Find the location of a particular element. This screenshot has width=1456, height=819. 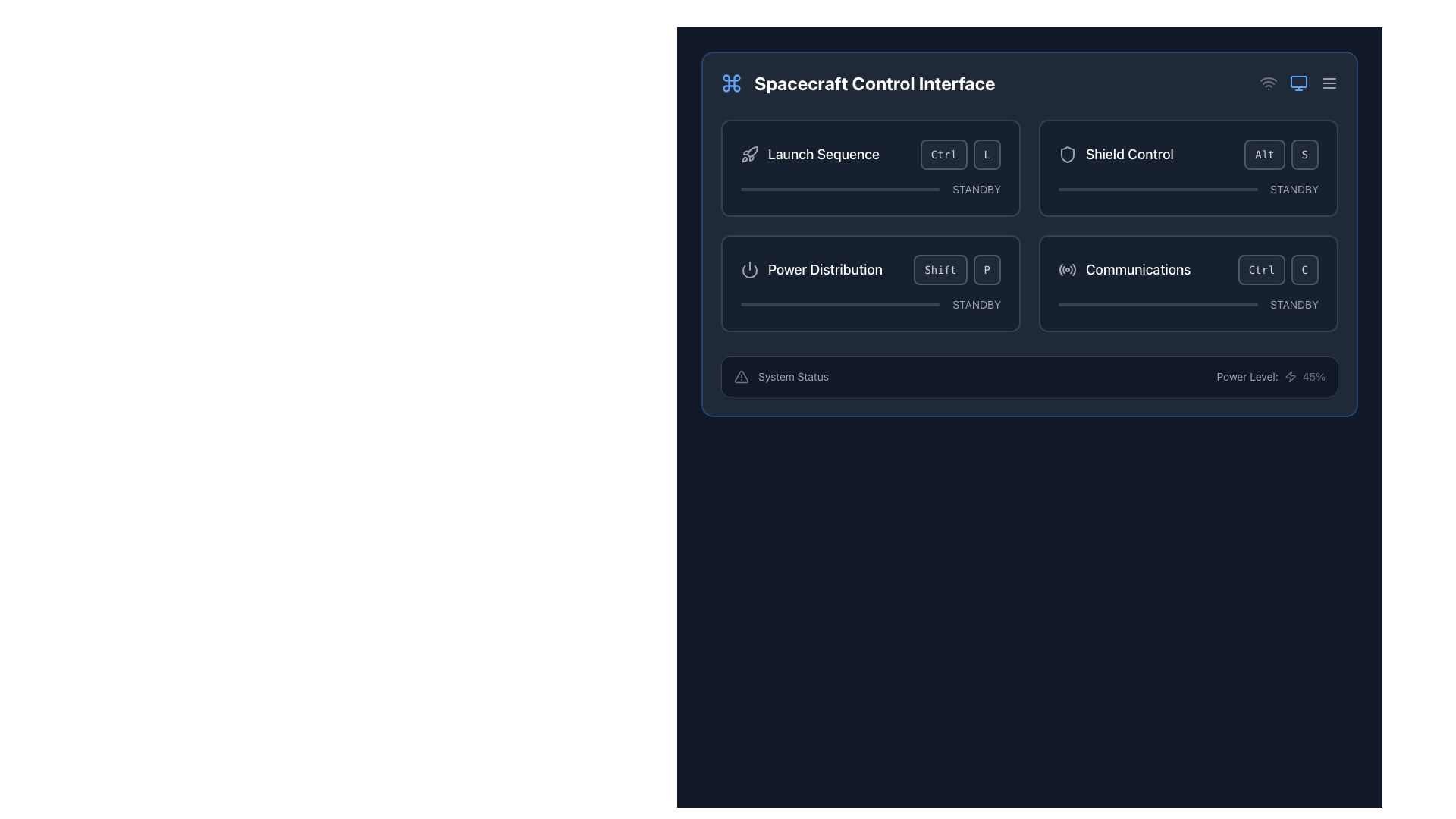

the minimalistic menu icon button located in the top-right corner of the interface is located at coordinates (1328, 83).